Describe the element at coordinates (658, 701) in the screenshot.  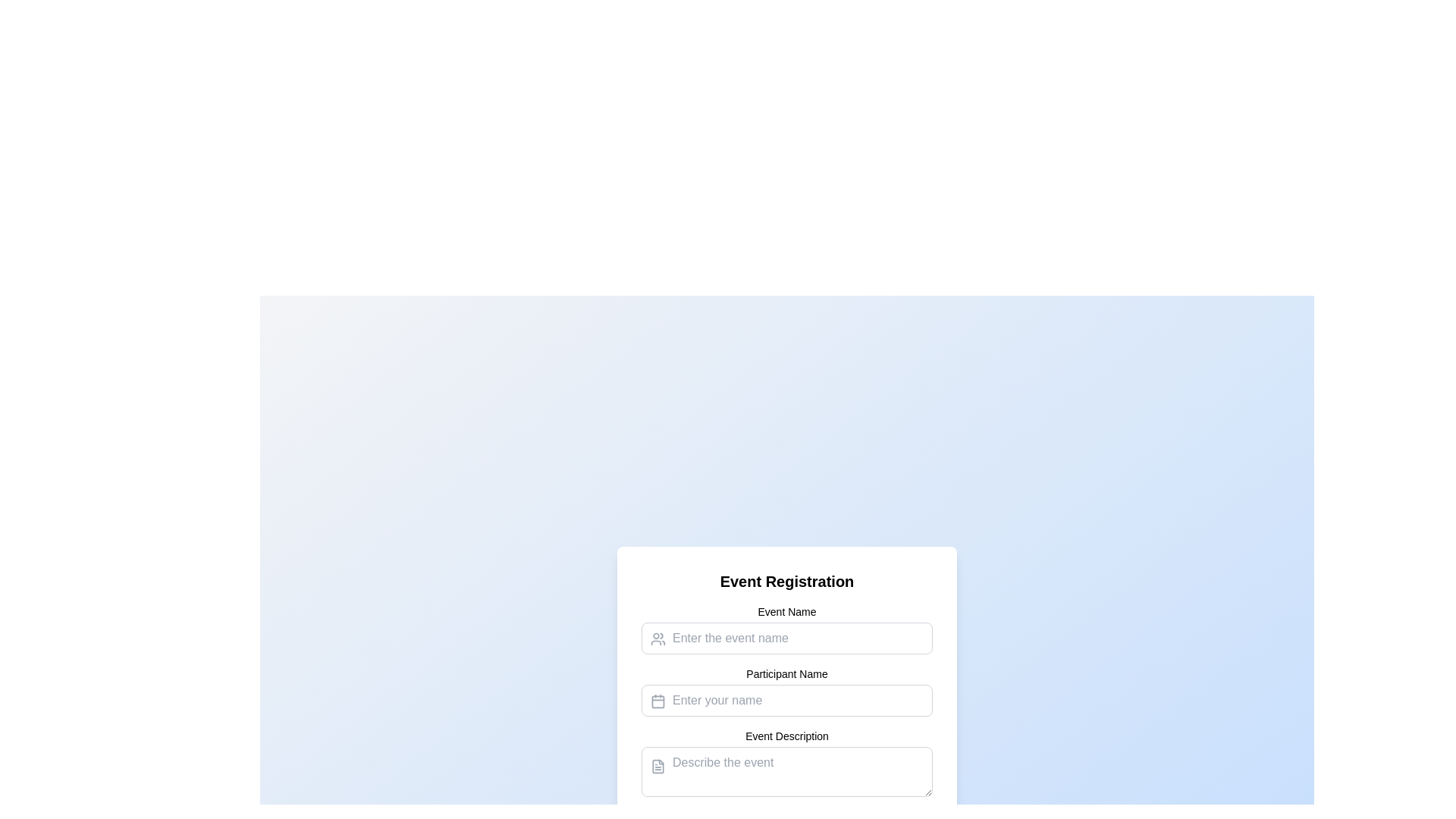
I see `the square-shaped decorative element within the calendar icon located adjacent to the 'Enter your name' placeholder text in the 'Event Registration' interface` at that location.